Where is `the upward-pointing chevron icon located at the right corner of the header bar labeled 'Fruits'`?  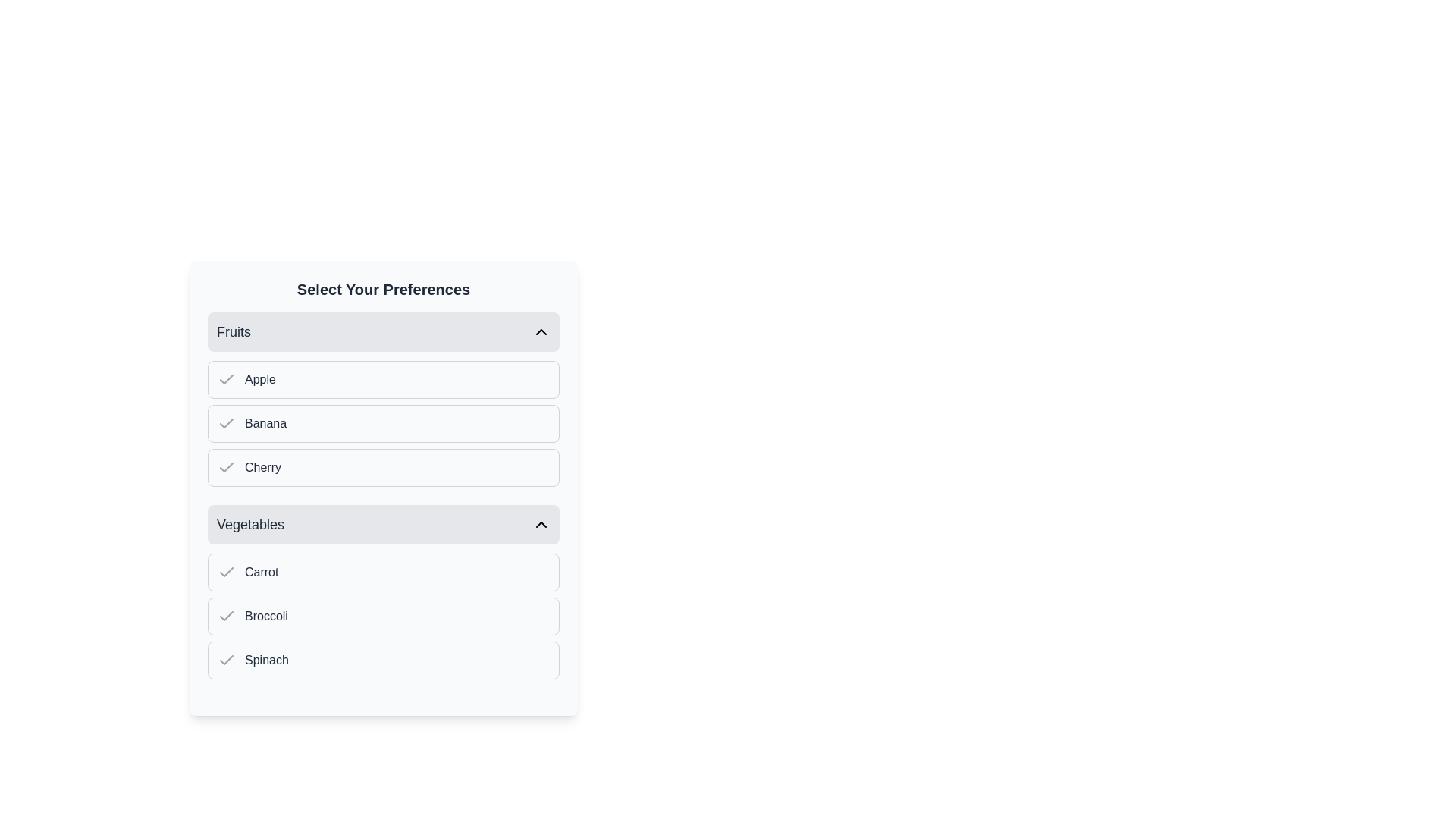 the upward-pointing chevron icon located at the right corner of the header bar labeled 'Fruits' is located at coordinates (541, 331).